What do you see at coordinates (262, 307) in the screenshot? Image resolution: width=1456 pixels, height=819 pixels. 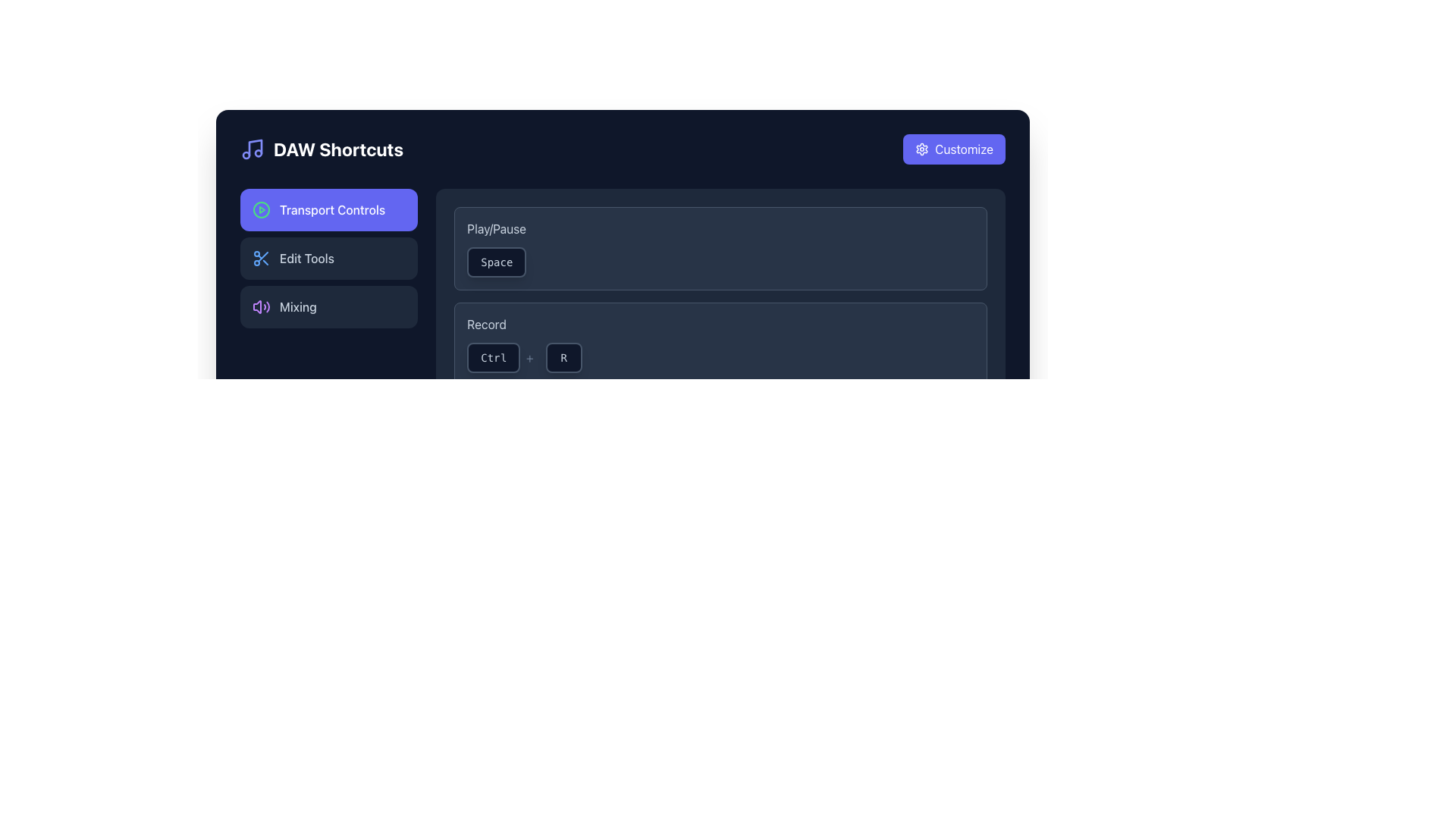 I see `the purple volume icon with sound waves` at bounding box center [262, 307].